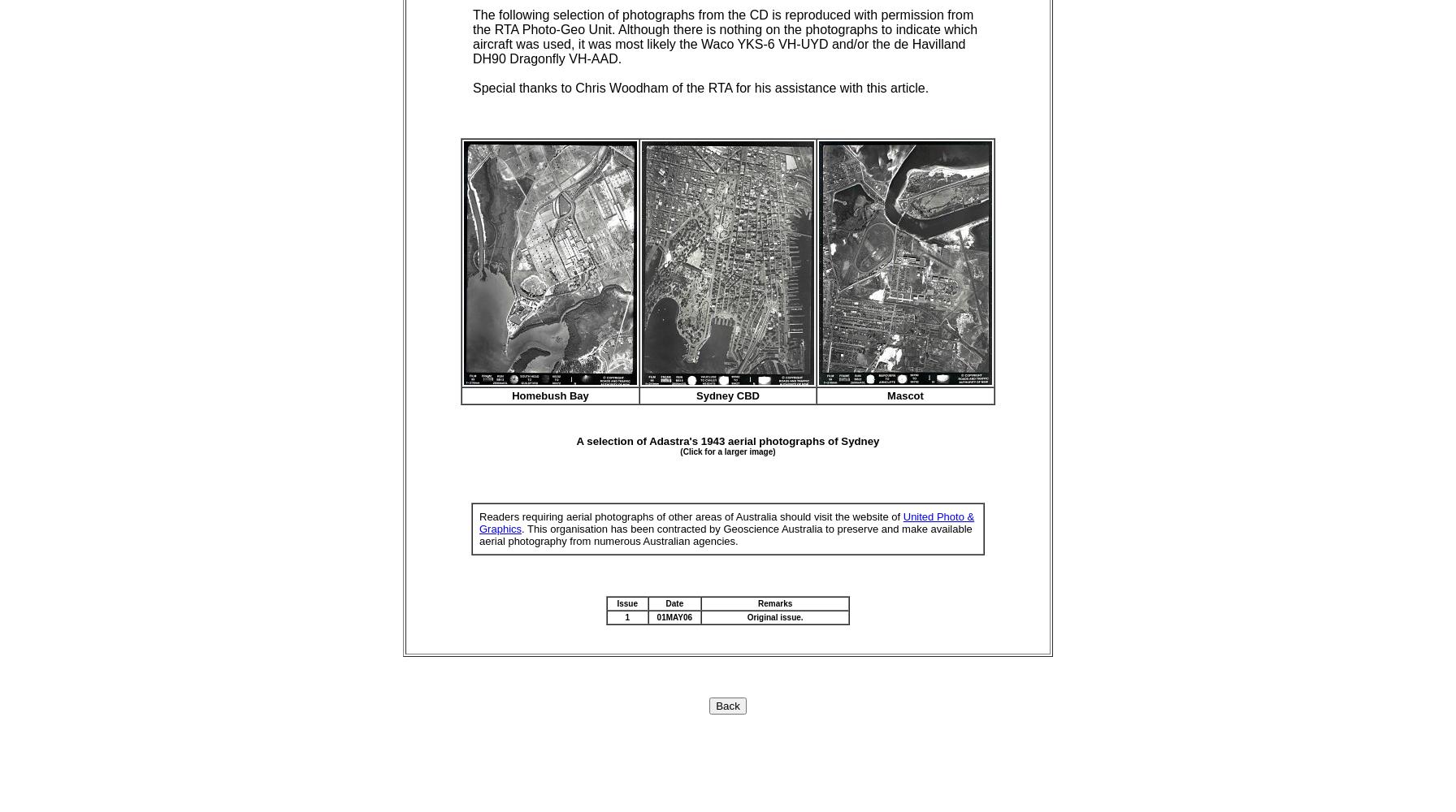 Image resolution: width=1456 pixels, height=812 pixels. What do you see at coordinates (691, 516) in the screenshot?
I see `'Readers requiring 
              aerial photographs of other areas of Australia should visit the 
              website of'` at bounding box center [691, 516].